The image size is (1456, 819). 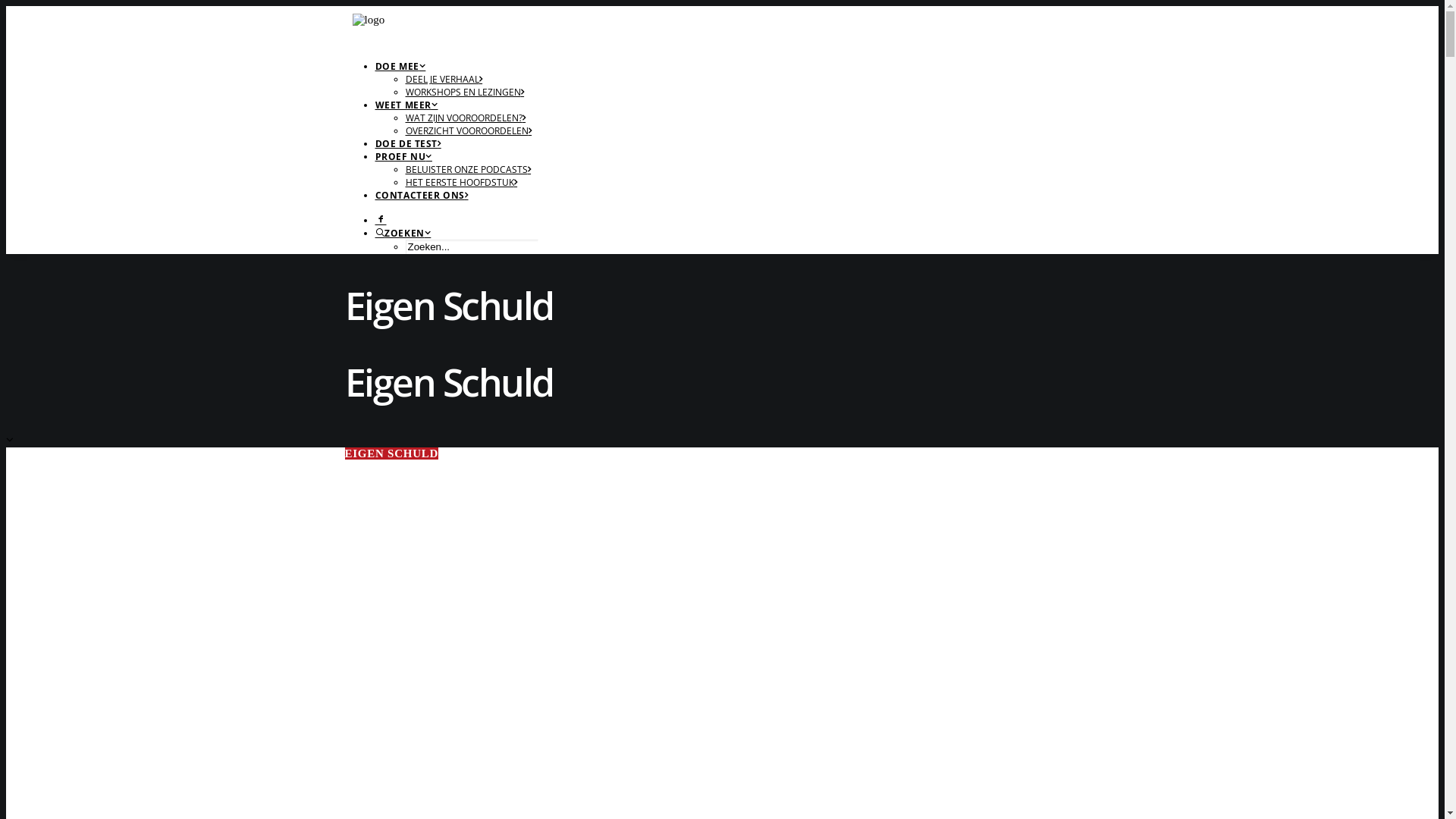 What do you see at coordinates (404, 92) in the screenshot?
I see `'WORKSHOPS EN LEZINGEN'` at bounding box center [404, 92].